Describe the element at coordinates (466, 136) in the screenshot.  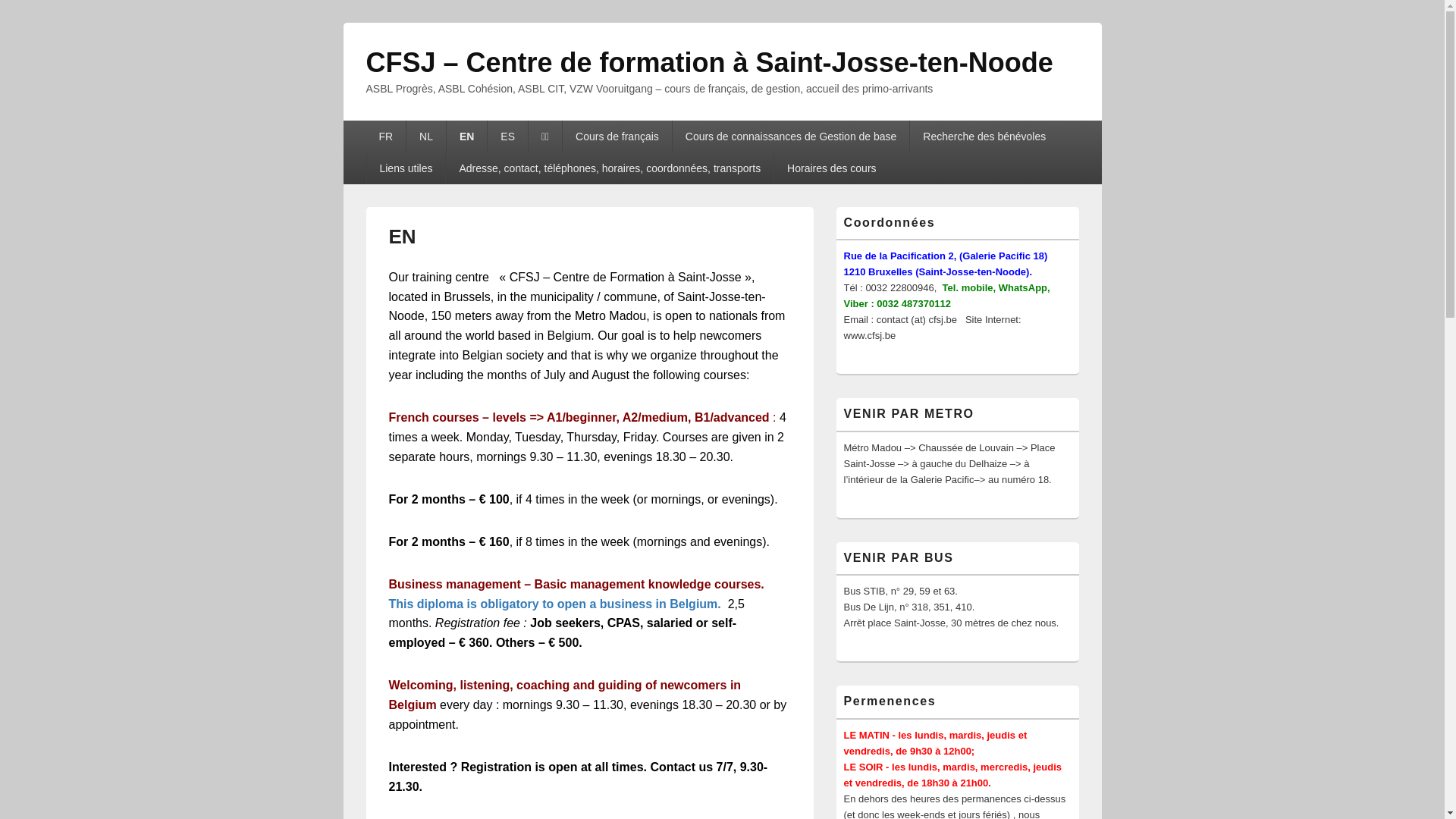
I see `'EN'` at that location.